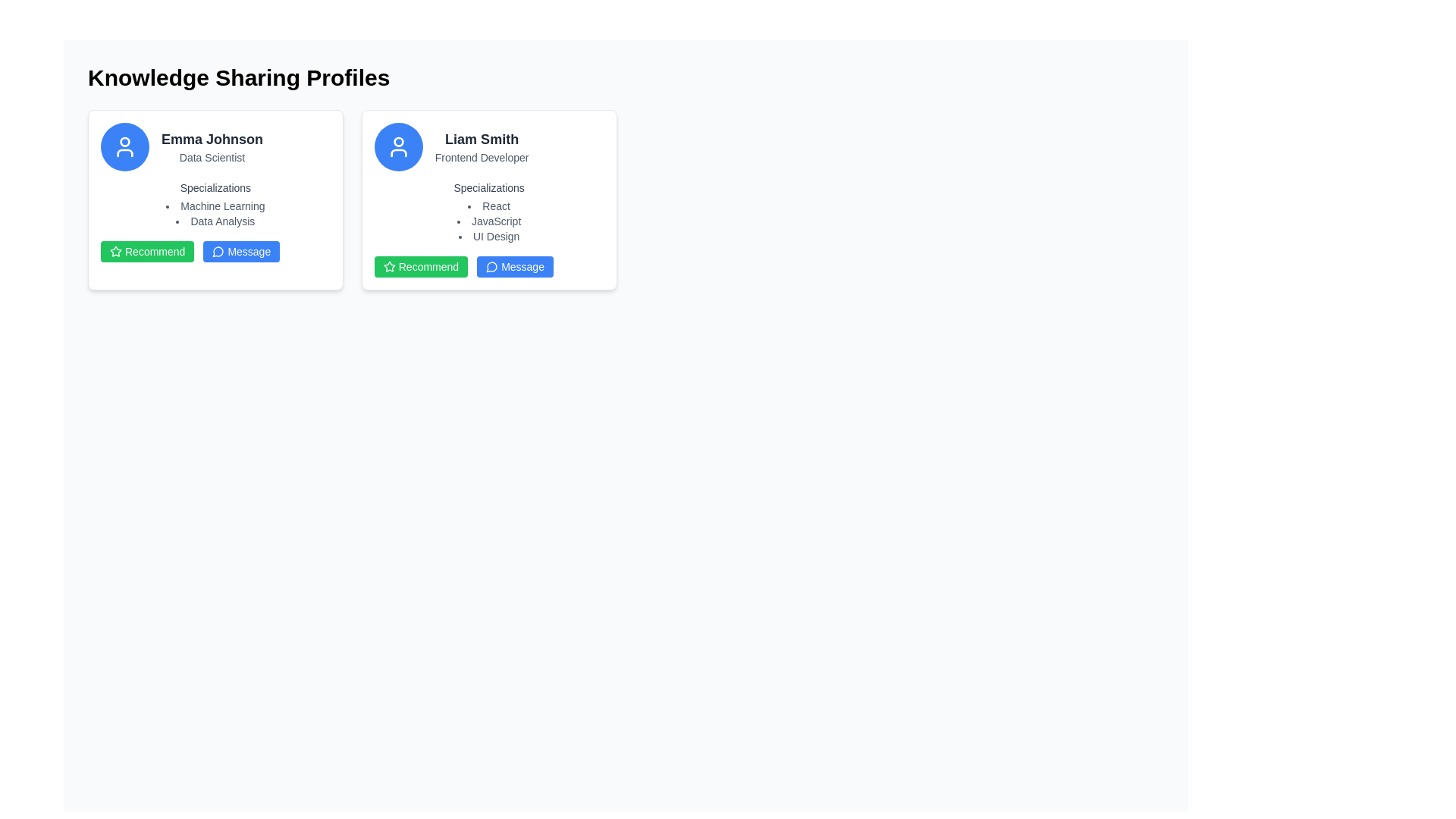 This screenshot has height=819, width=1456. What do you see at coordinates (488, 146) in the screenshot?
I see `textual information in the Profile summary section of the second profile card, which displays a blue circular icon with a user silhouette and the name 'Liam Smith' alongside the job title 'Frontend Developer.'` at bounding box center [488, 146].